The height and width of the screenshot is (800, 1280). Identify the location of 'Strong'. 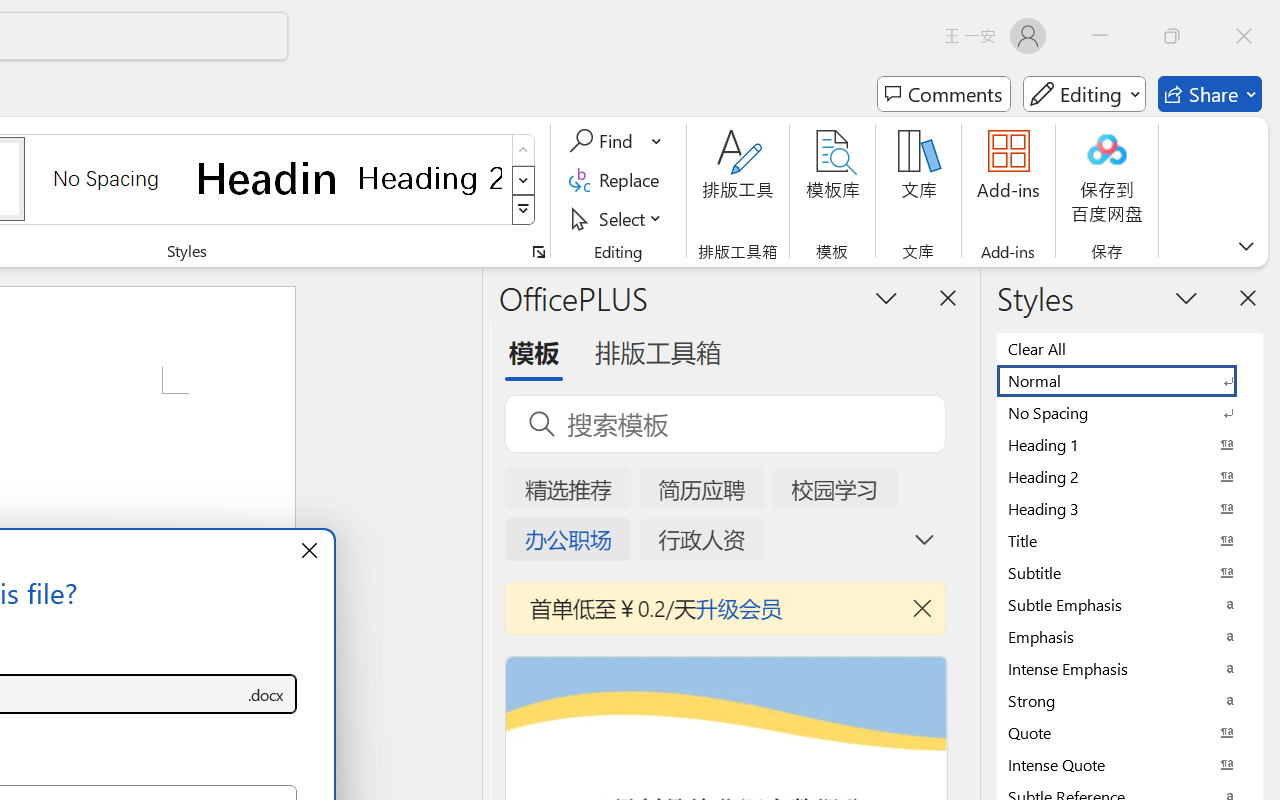
(1130, 700).